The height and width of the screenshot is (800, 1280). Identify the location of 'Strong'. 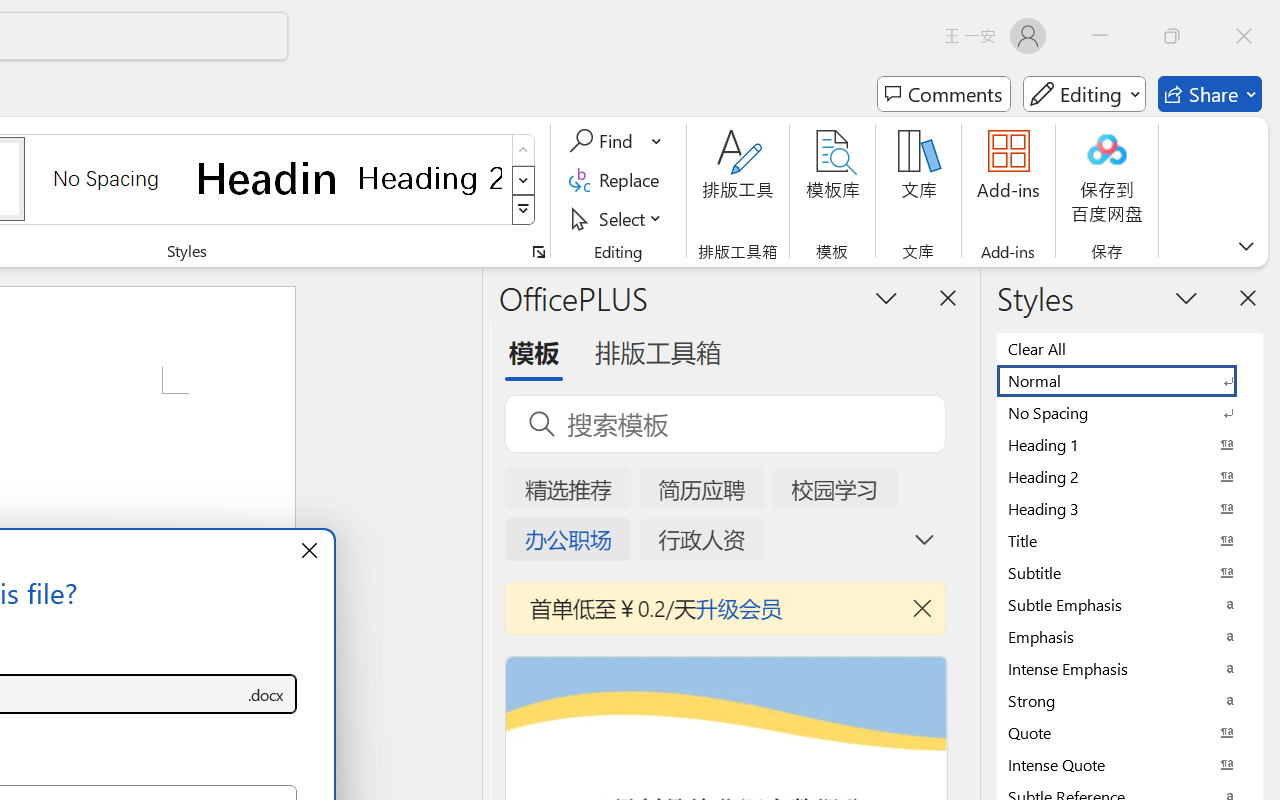
(1130, 700).